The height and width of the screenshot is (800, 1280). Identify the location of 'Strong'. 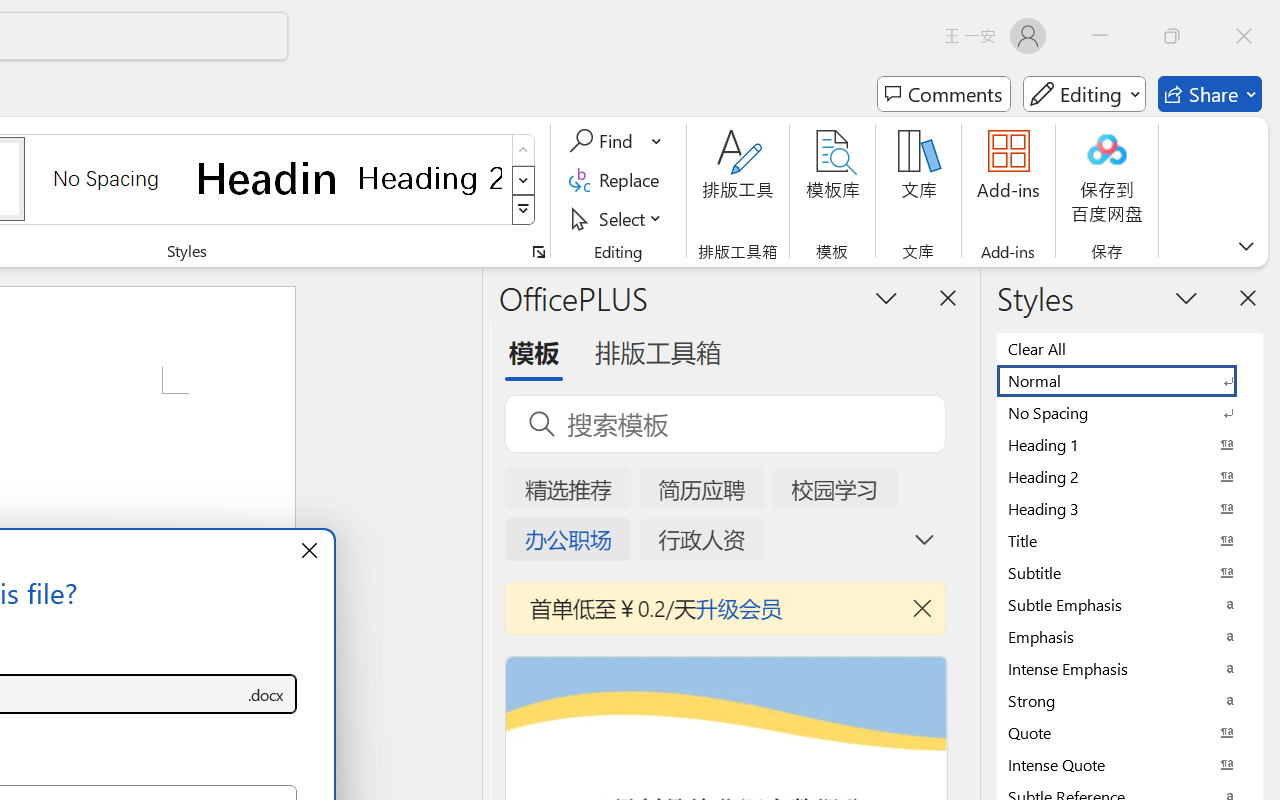
(1130, 700).